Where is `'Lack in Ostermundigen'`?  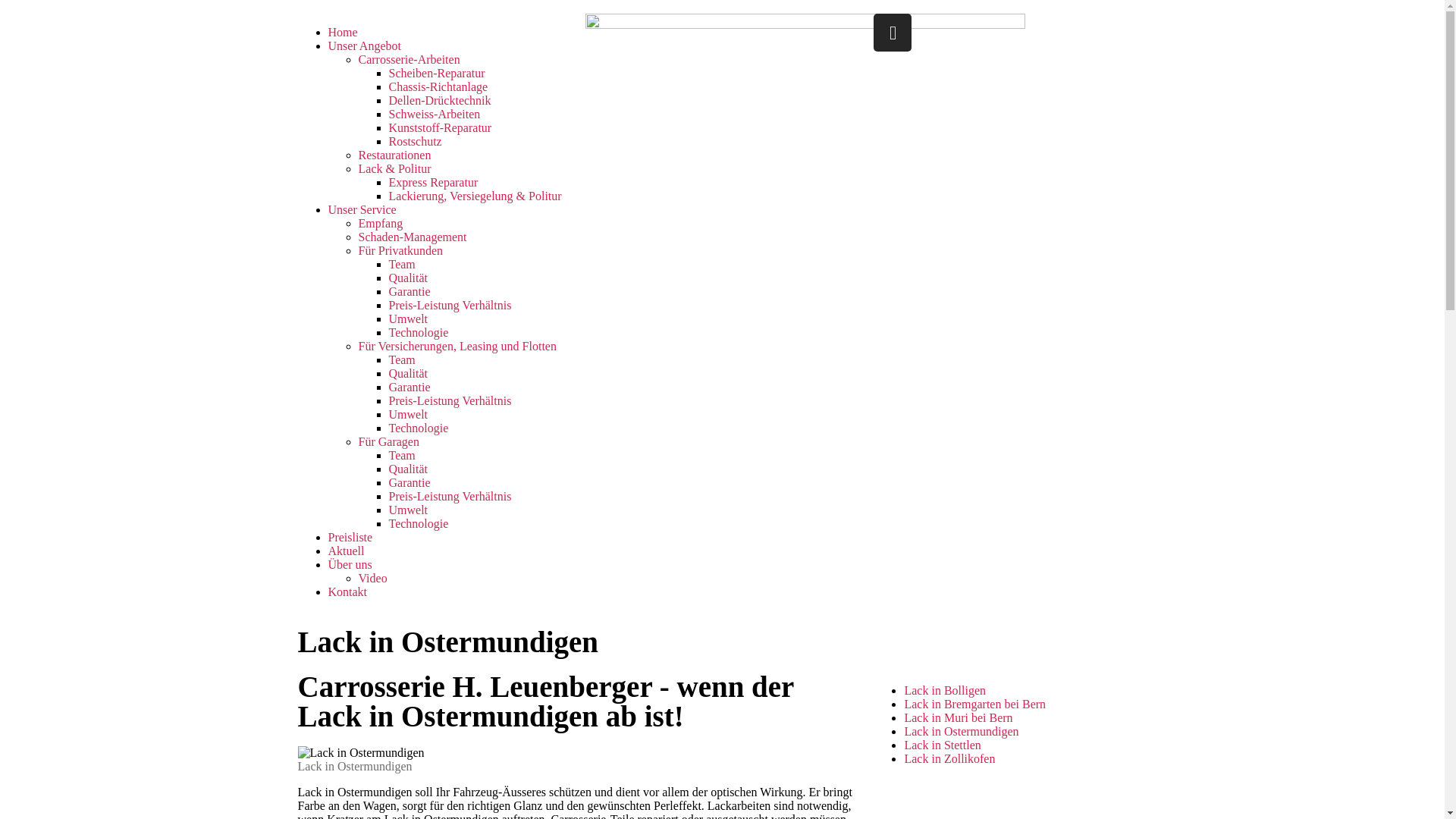 'Lack in Ostermundigen' is located at coordinates (960, 730).